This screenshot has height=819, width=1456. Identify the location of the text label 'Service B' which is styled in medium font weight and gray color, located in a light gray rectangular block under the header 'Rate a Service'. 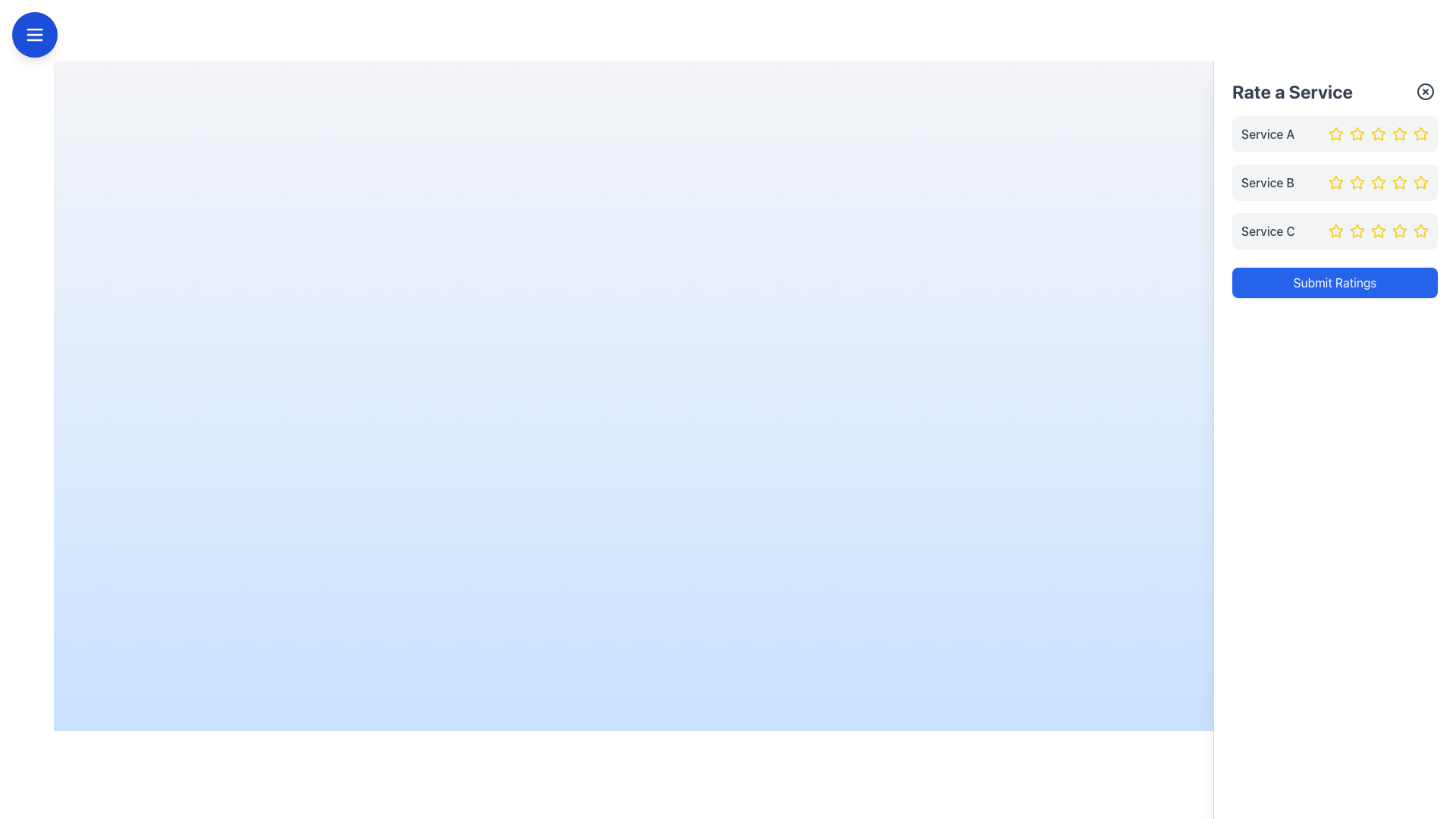
(1267, 181).